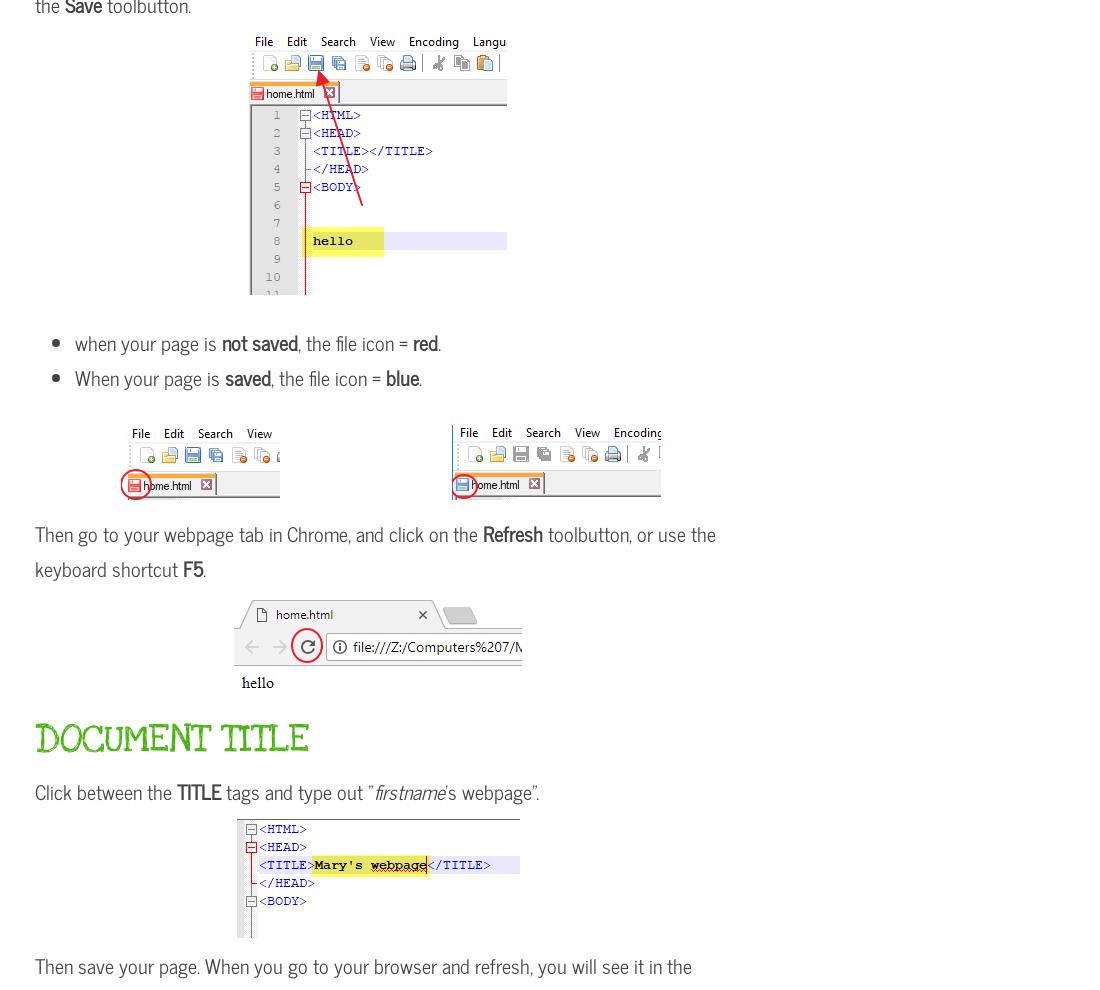 The width and height of the screenshot is (1100, 990). I want to click on 'when your page is', so click(75, 341).